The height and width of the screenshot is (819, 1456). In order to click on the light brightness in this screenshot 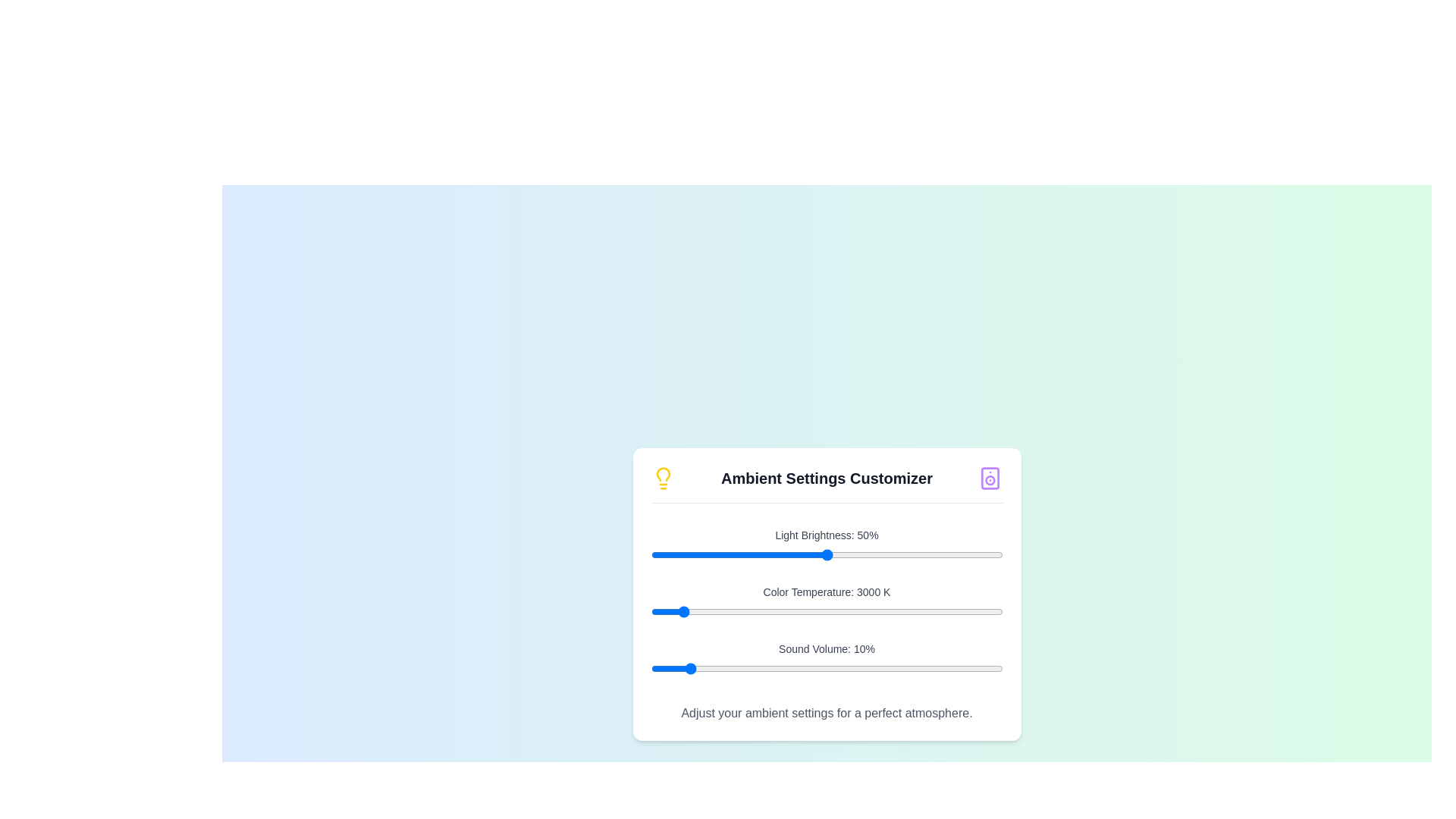, I will do `click(843, 555)`.